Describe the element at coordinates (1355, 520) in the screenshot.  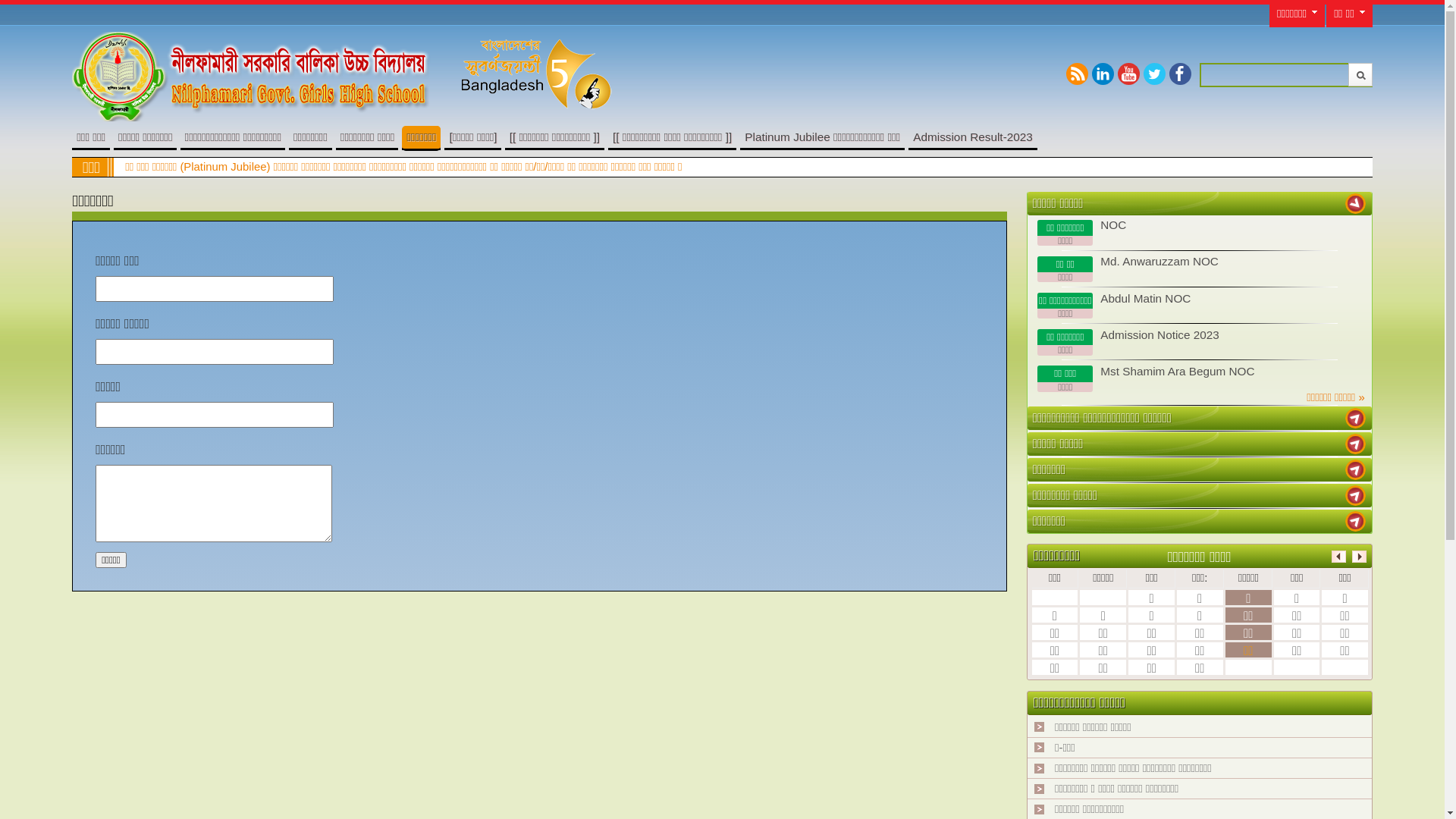
I see `' '` at that location.